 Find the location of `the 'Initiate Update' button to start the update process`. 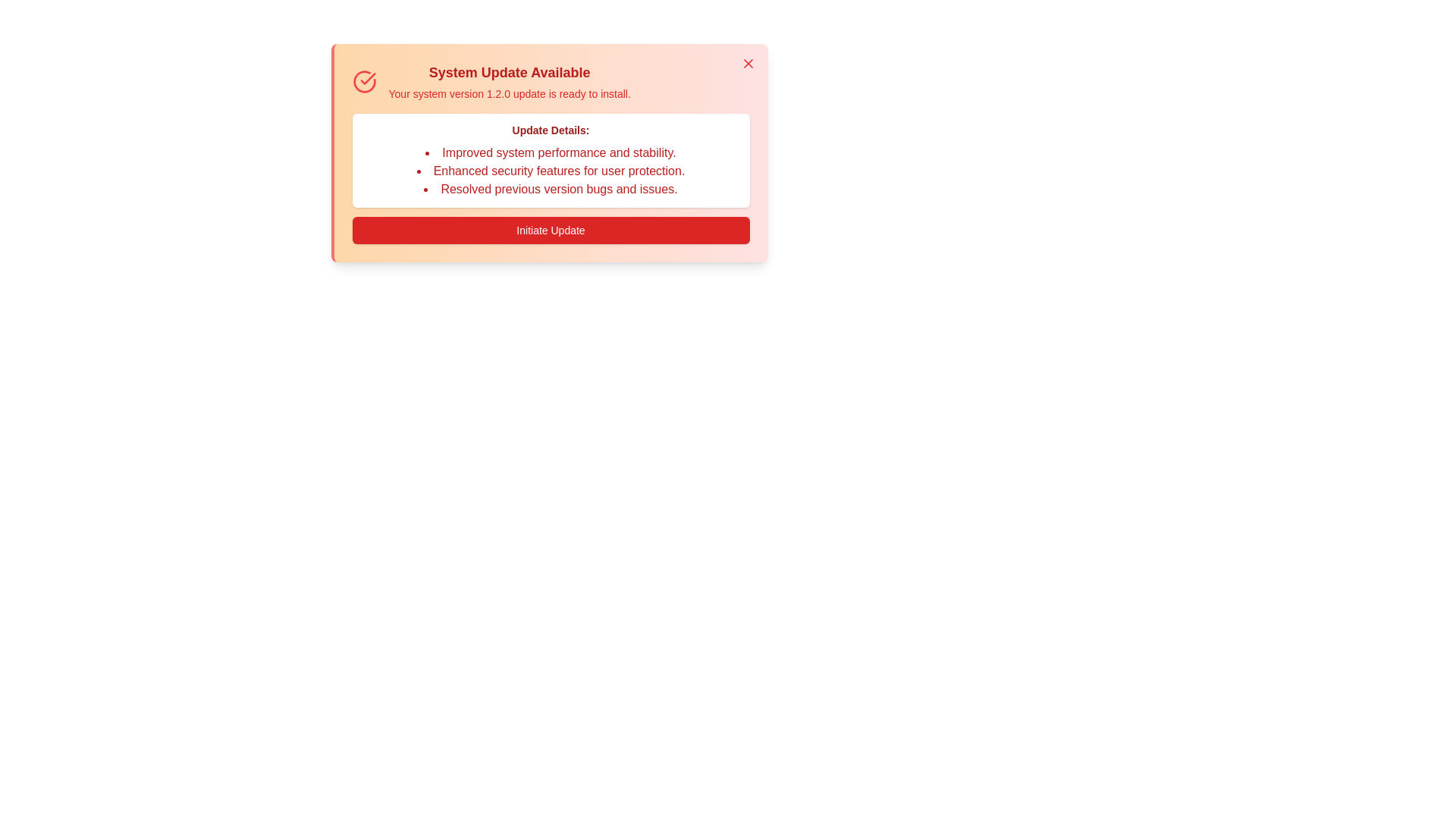

the 'Initiate Update' button to start the update process is located at coordinates (550, 231).